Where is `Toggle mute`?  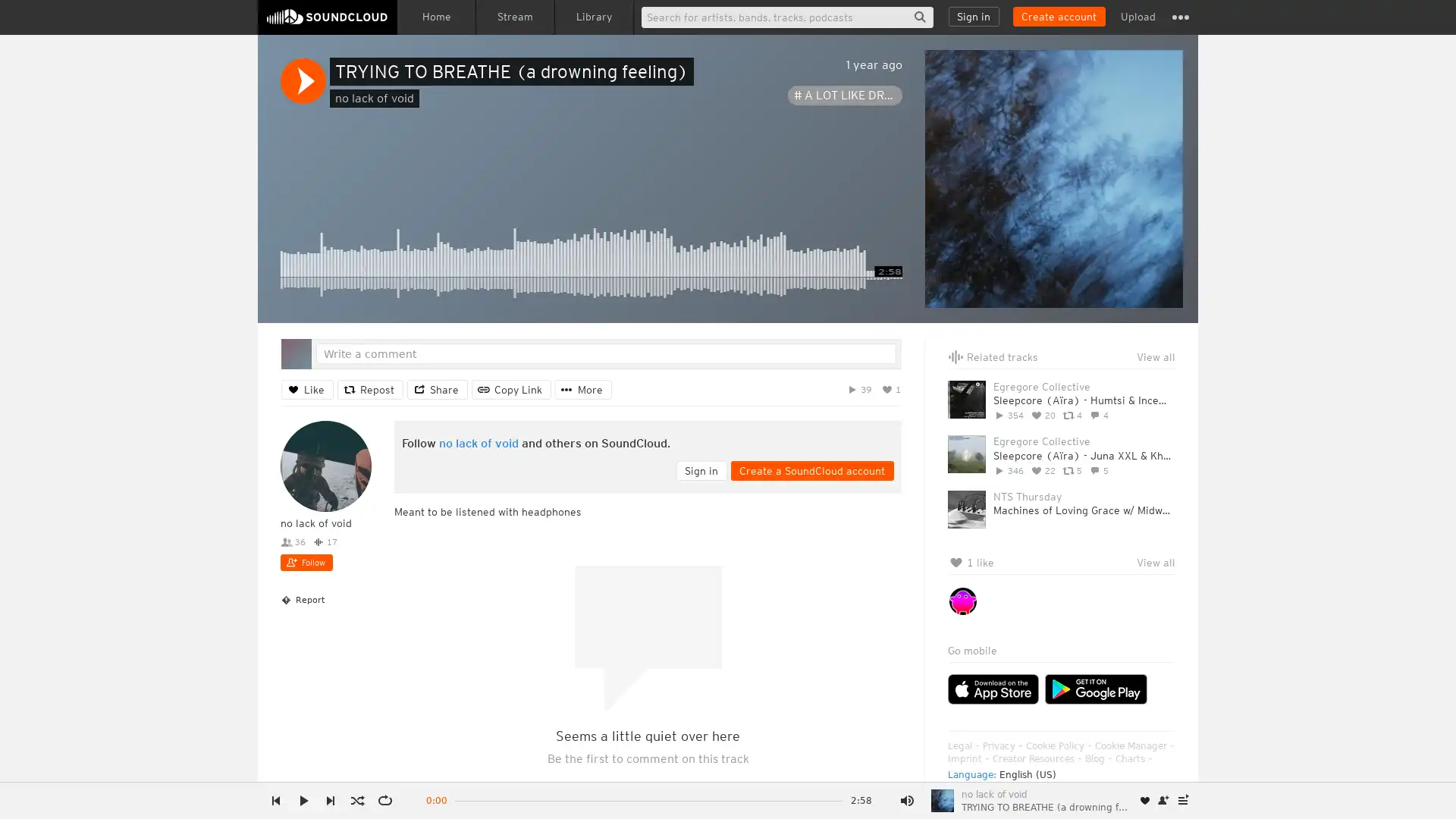
Toggle mute is located at coordinates (906, 800).